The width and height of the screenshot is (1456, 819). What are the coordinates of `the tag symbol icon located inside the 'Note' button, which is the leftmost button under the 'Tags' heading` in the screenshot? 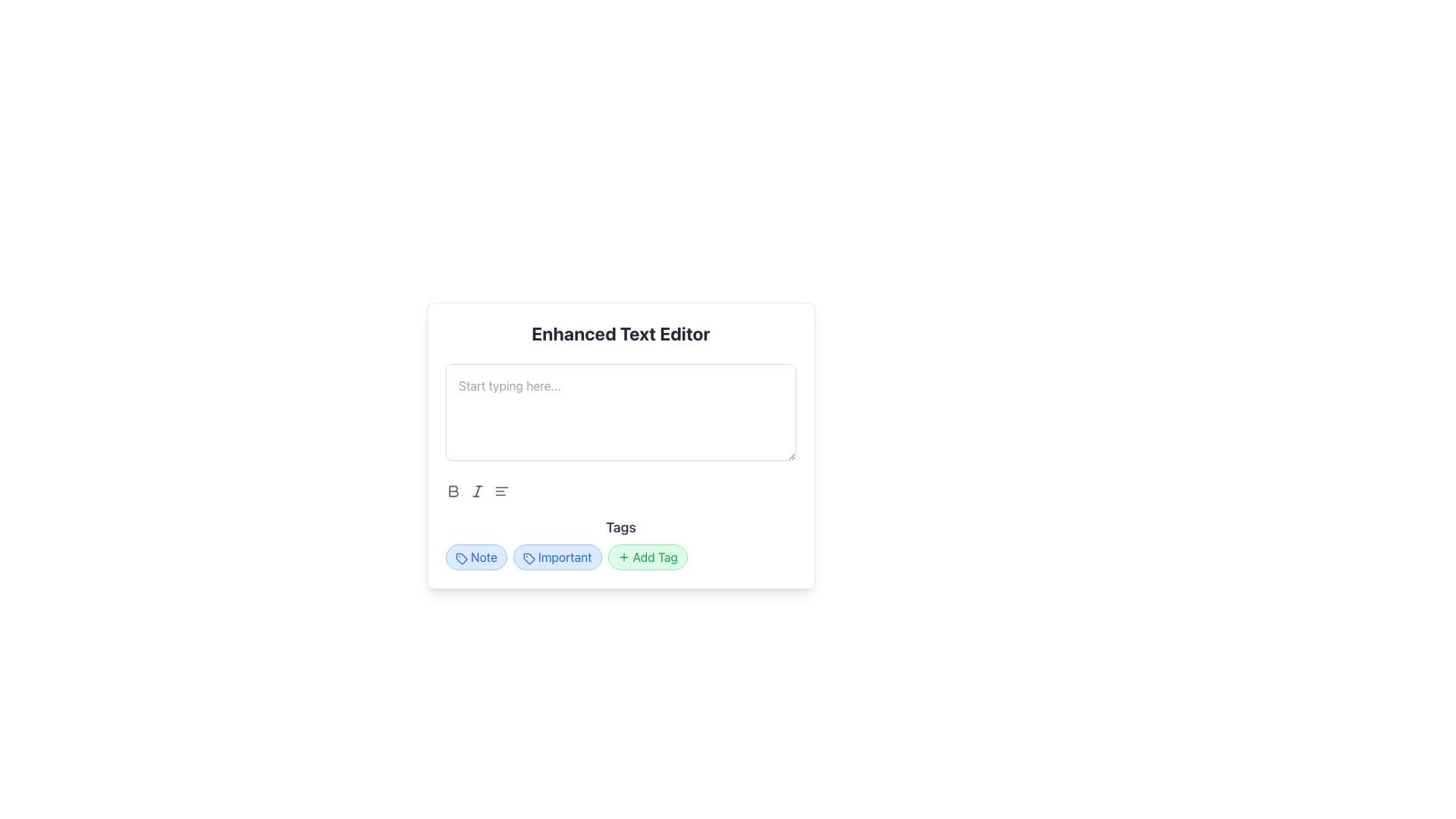 It's located at (461, 558).